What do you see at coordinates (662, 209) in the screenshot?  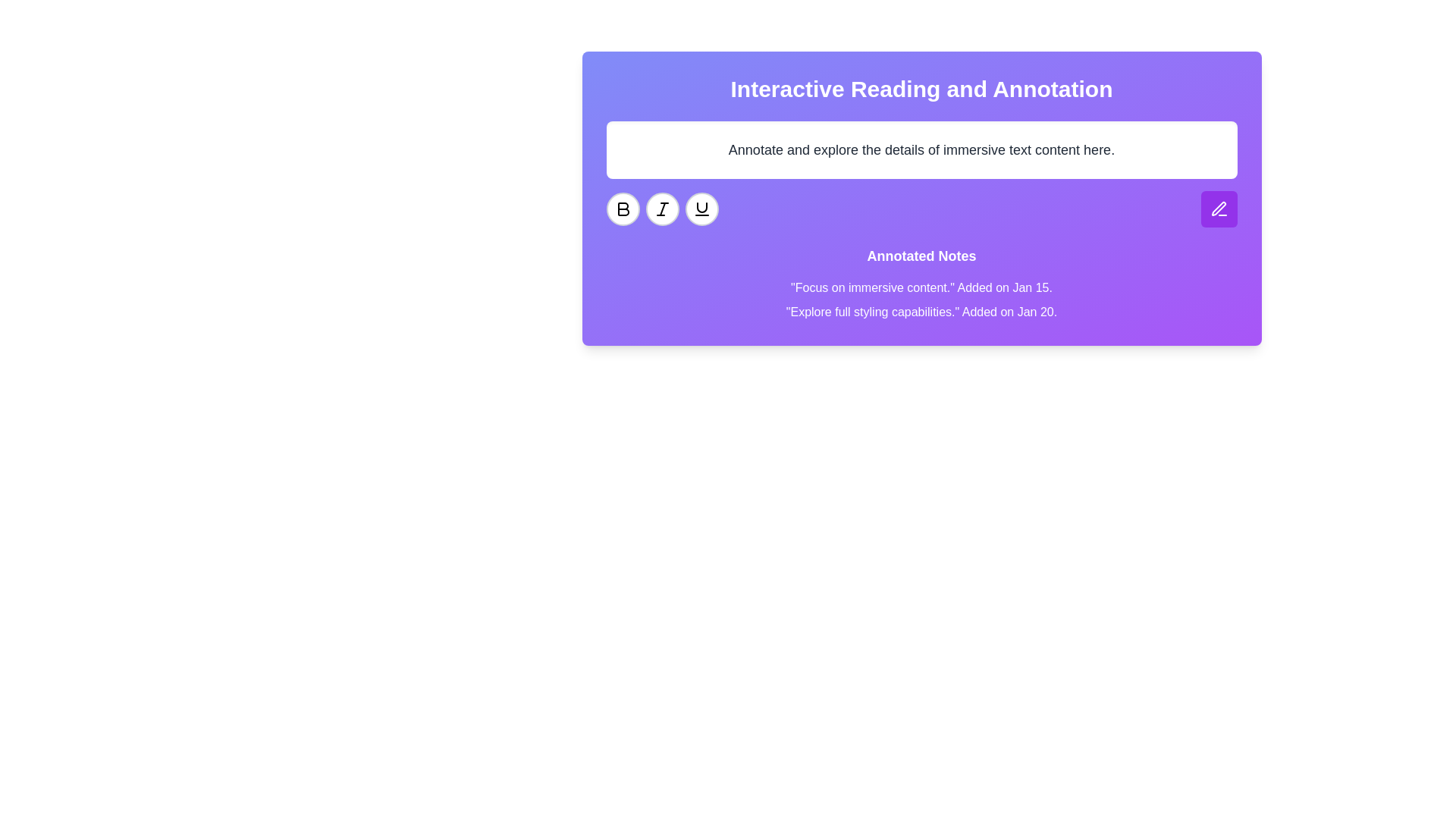 I see `the circular button with an italicized 'I' icon at its center to apply italic formatting` at bounding box center [662, 209].